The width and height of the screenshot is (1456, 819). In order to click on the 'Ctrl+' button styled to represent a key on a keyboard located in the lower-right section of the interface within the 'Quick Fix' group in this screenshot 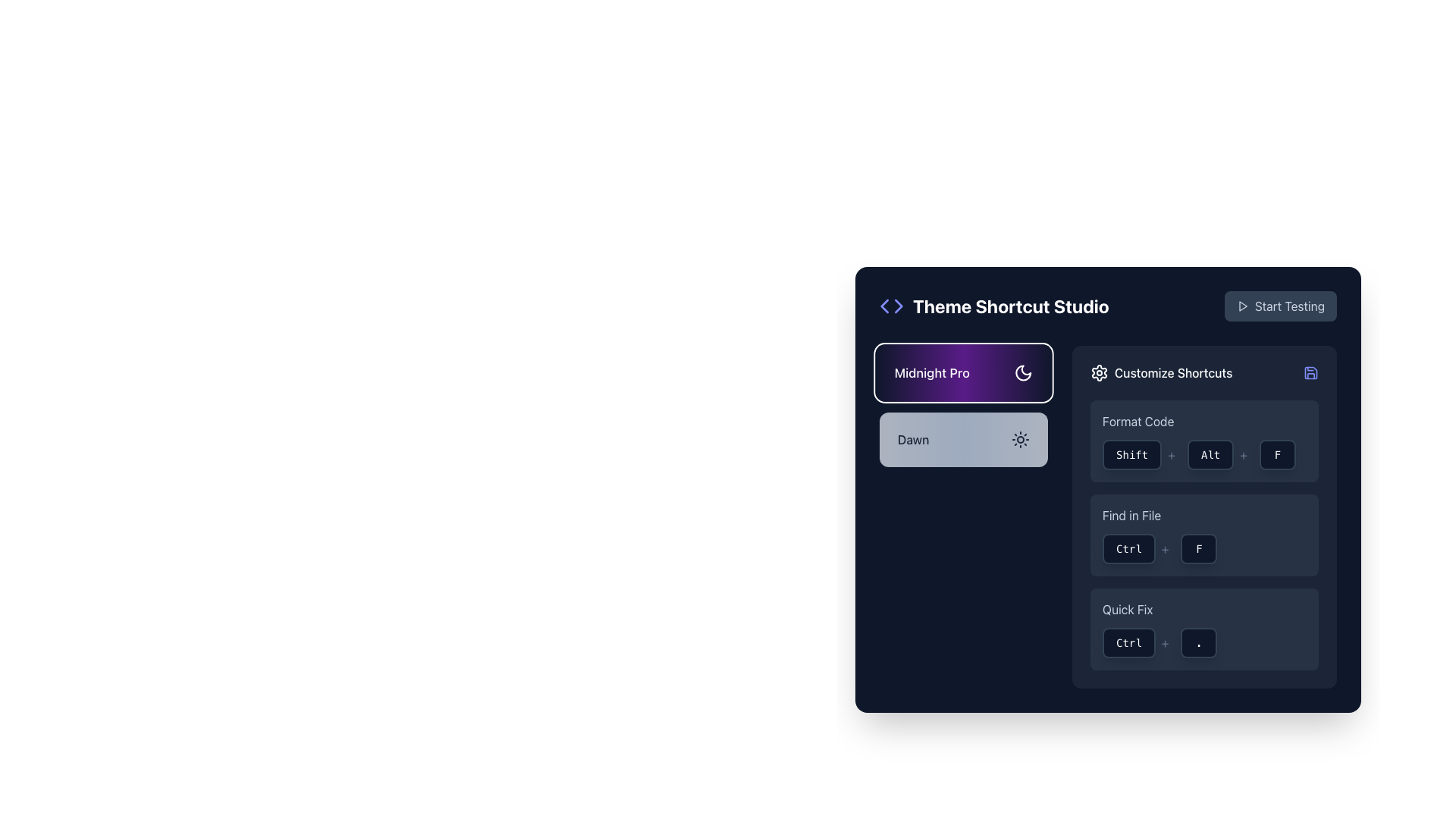, I will do `click(1138, 643)`.